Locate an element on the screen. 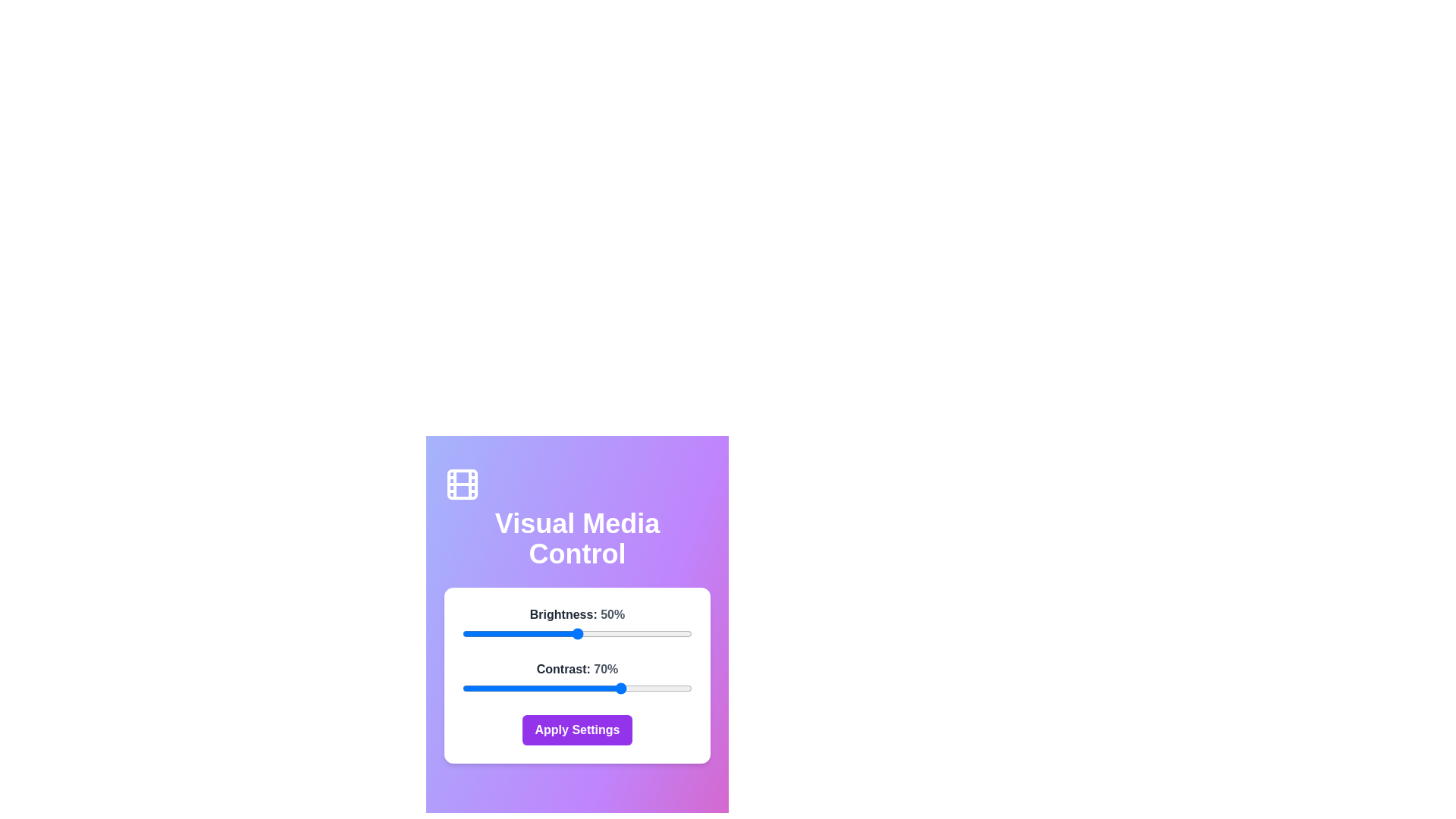 This screenshot has height=819, width=1456. the contrast slider to 57% is located at coordinates (592, 688).